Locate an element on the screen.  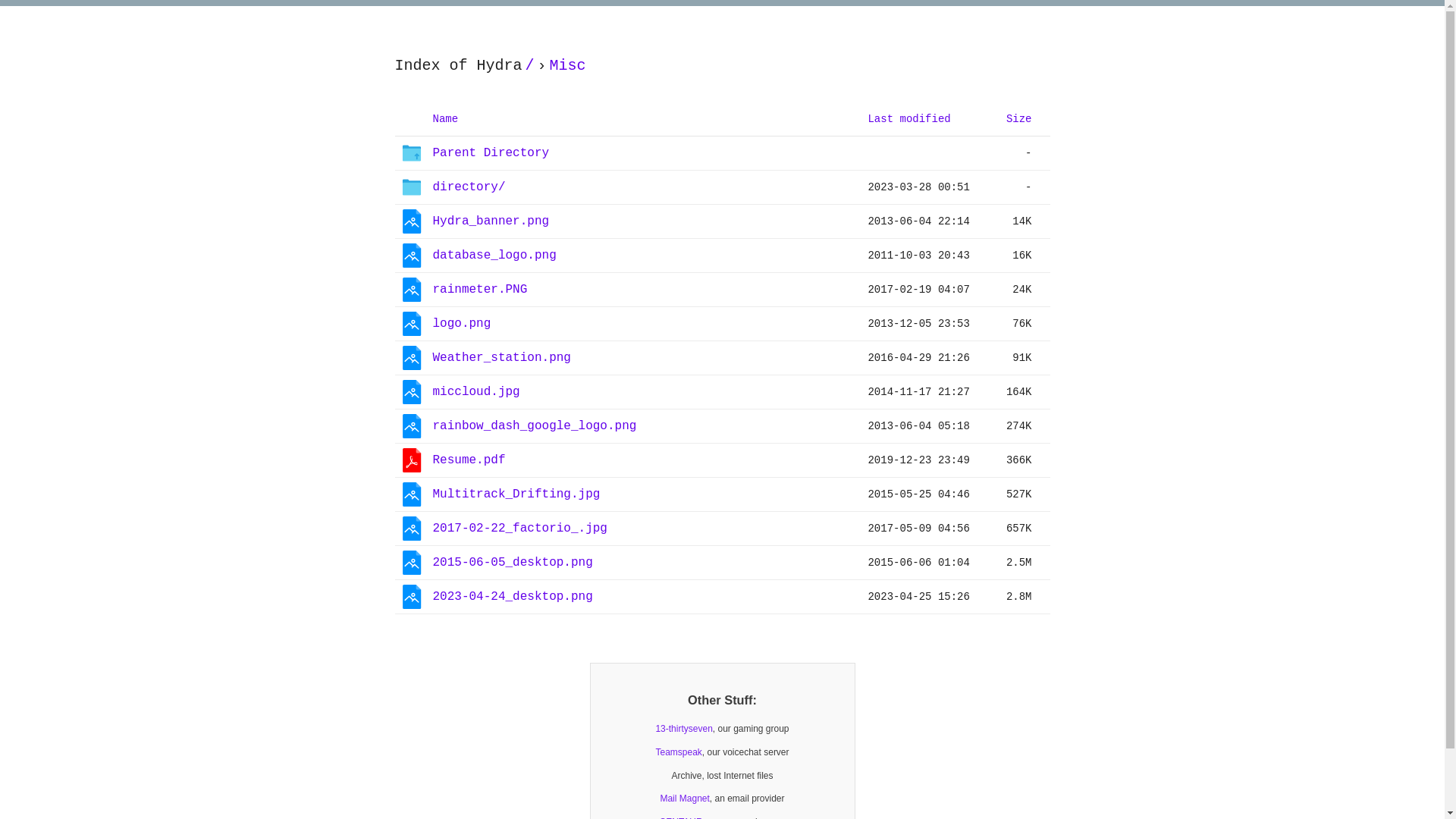
'database_logo.png' is located at coordinates (494, 255).